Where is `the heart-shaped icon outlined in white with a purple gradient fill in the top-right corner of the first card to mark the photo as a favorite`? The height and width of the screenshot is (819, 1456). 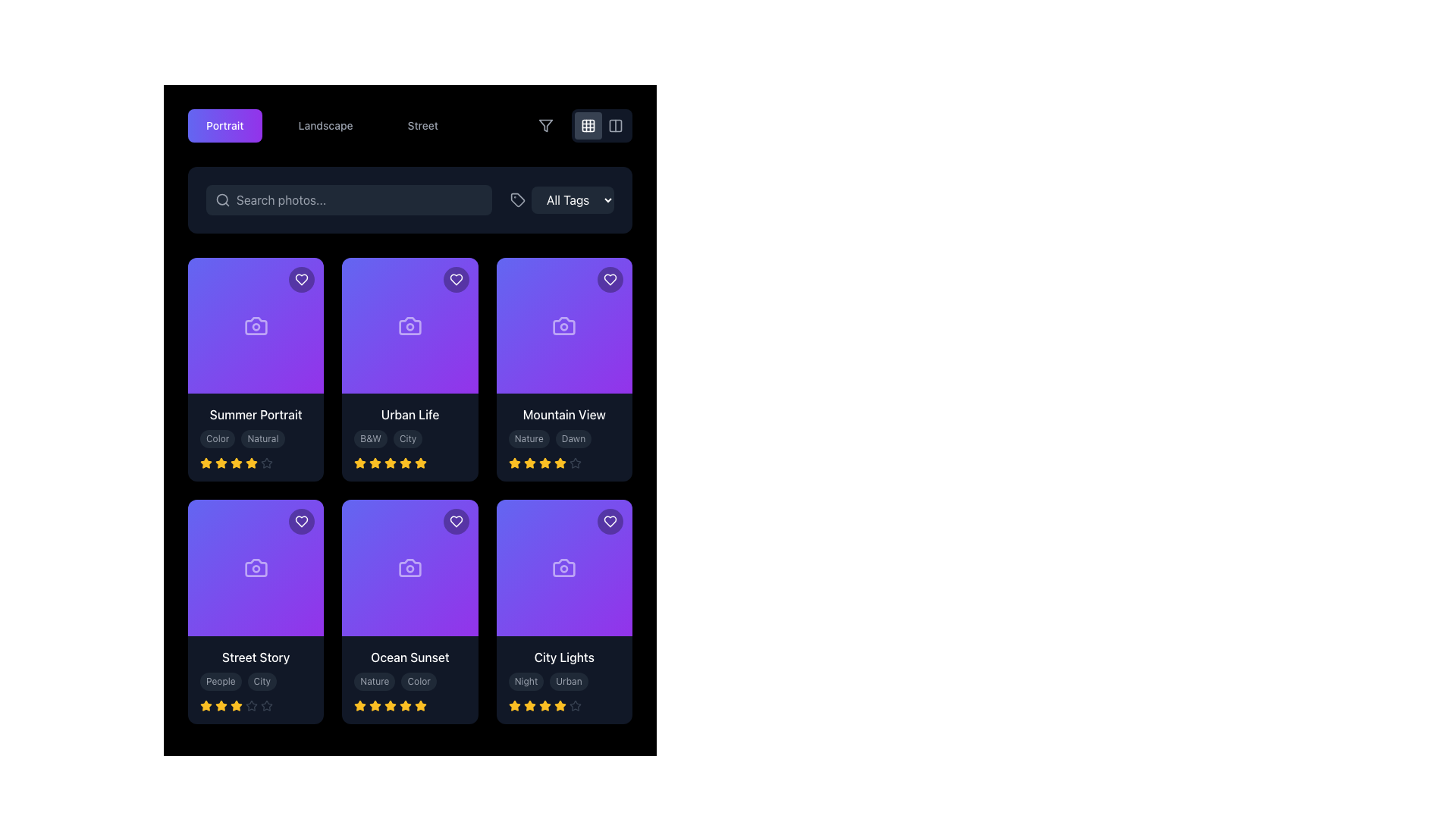
the heart-shaped icon outlined in white with a purple gradient fill in the top-right corner of the first card to mark the photo as a favorite is located at coordinates (302, 280).